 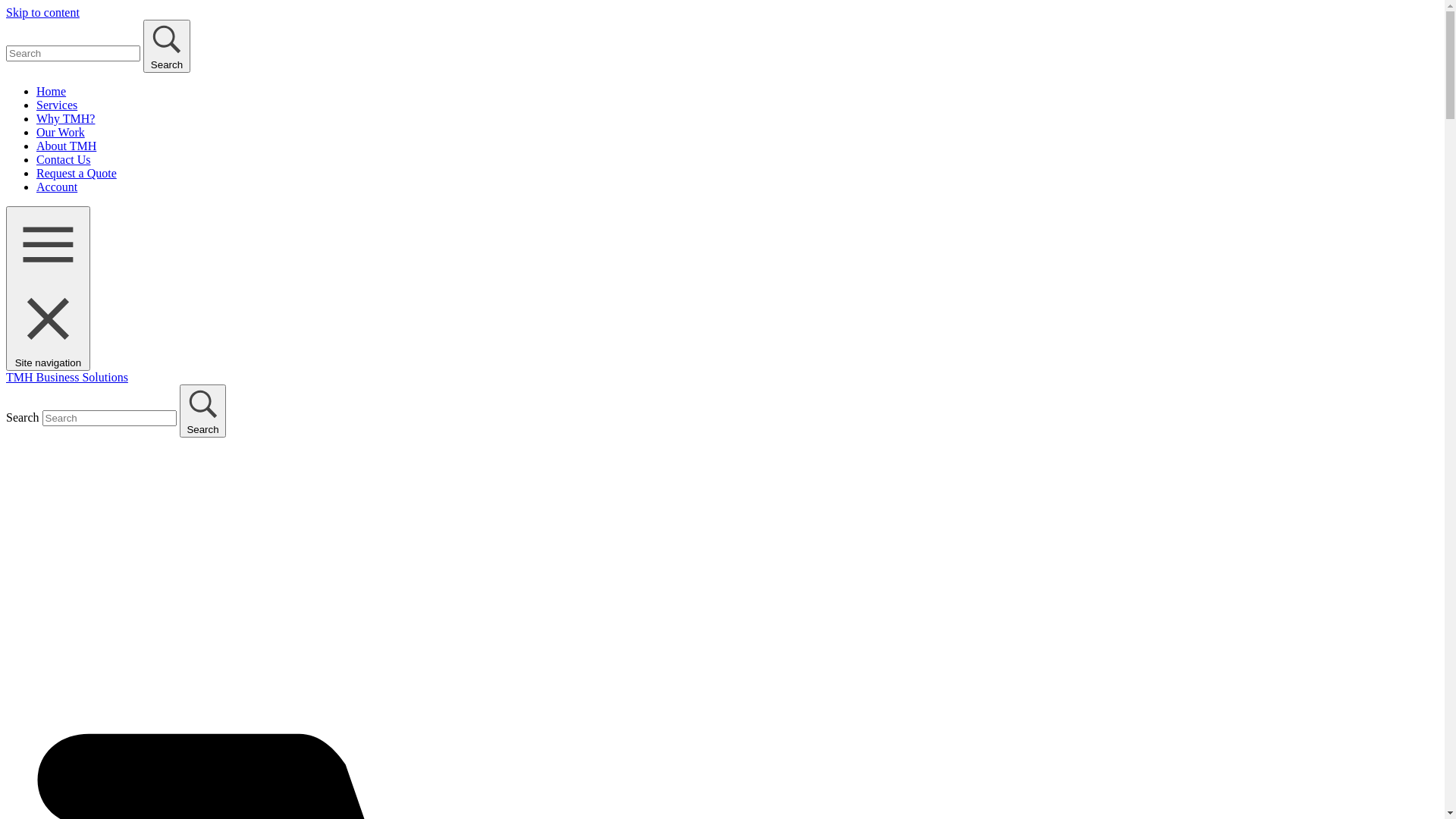 I want to click on 'Skip to content', so click(x=6, y=12).